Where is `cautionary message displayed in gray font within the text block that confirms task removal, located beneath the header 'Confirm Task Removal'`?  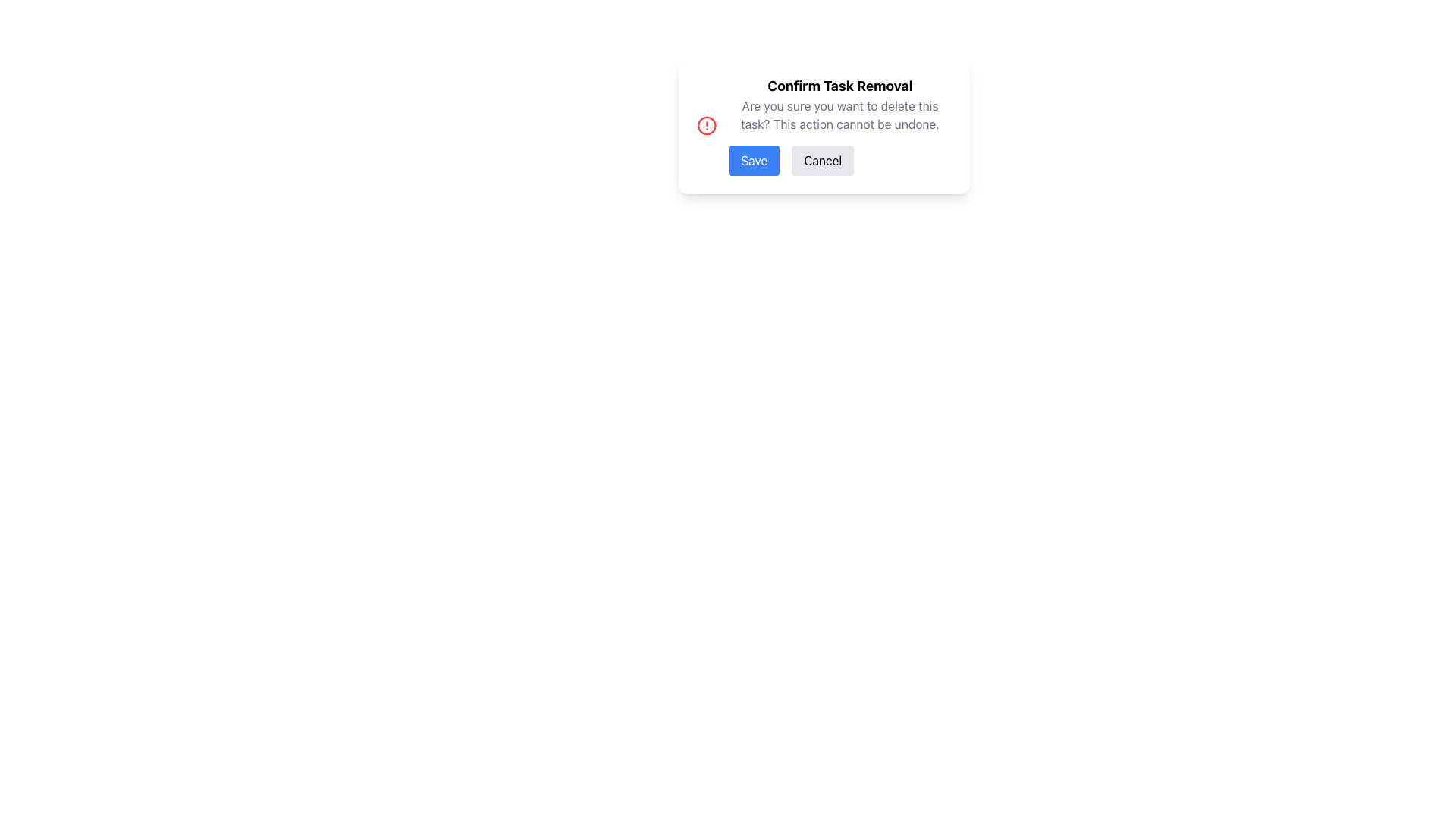
cautionary message displayed in gray font within the text block that confirms task removal, located beneath the header 'Confirm Task Removal' is located at coordinates (839, 114).